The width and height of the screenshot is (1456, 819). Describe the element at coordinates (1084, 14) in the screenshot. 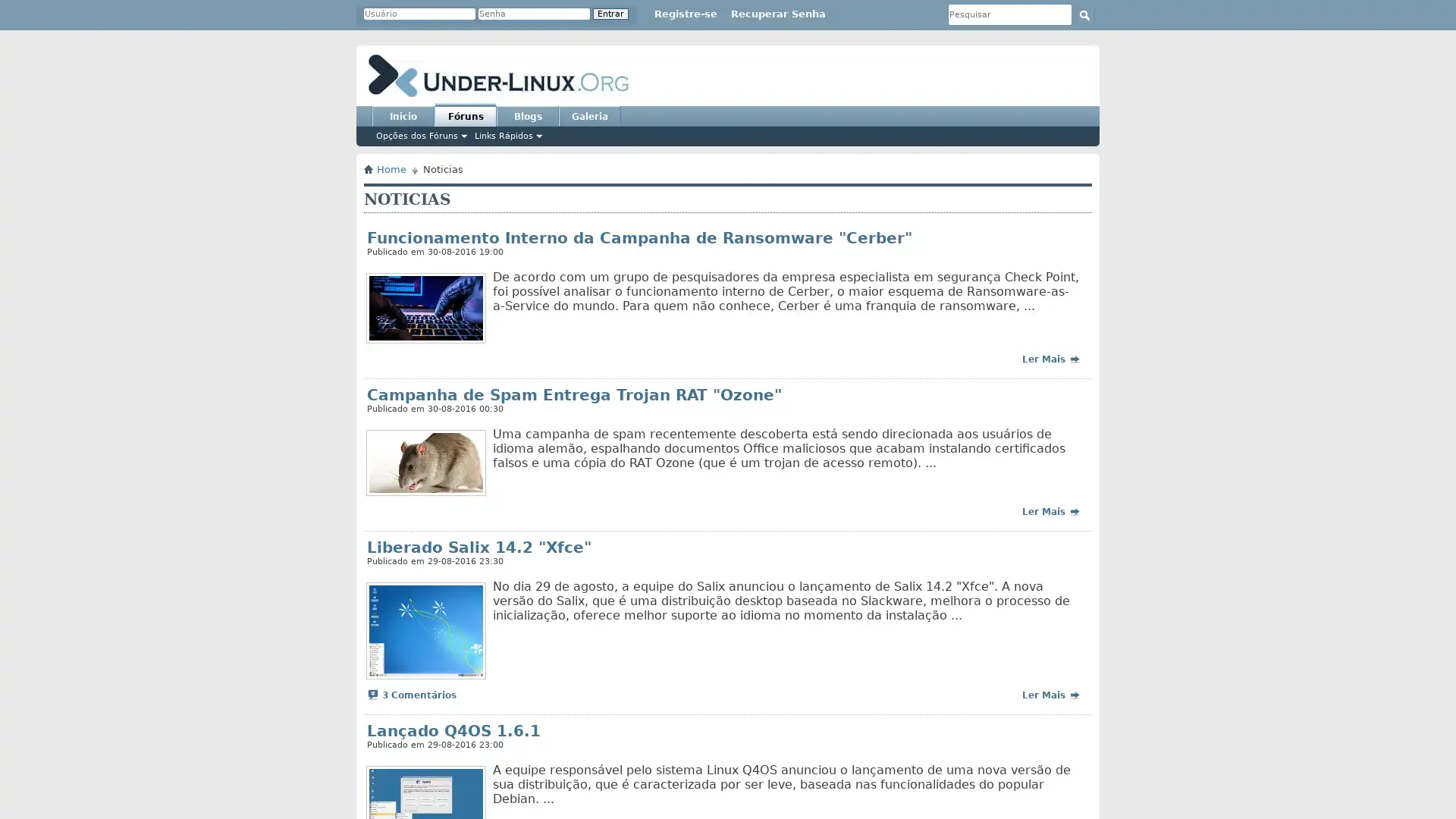

I see `Submit` at that location.